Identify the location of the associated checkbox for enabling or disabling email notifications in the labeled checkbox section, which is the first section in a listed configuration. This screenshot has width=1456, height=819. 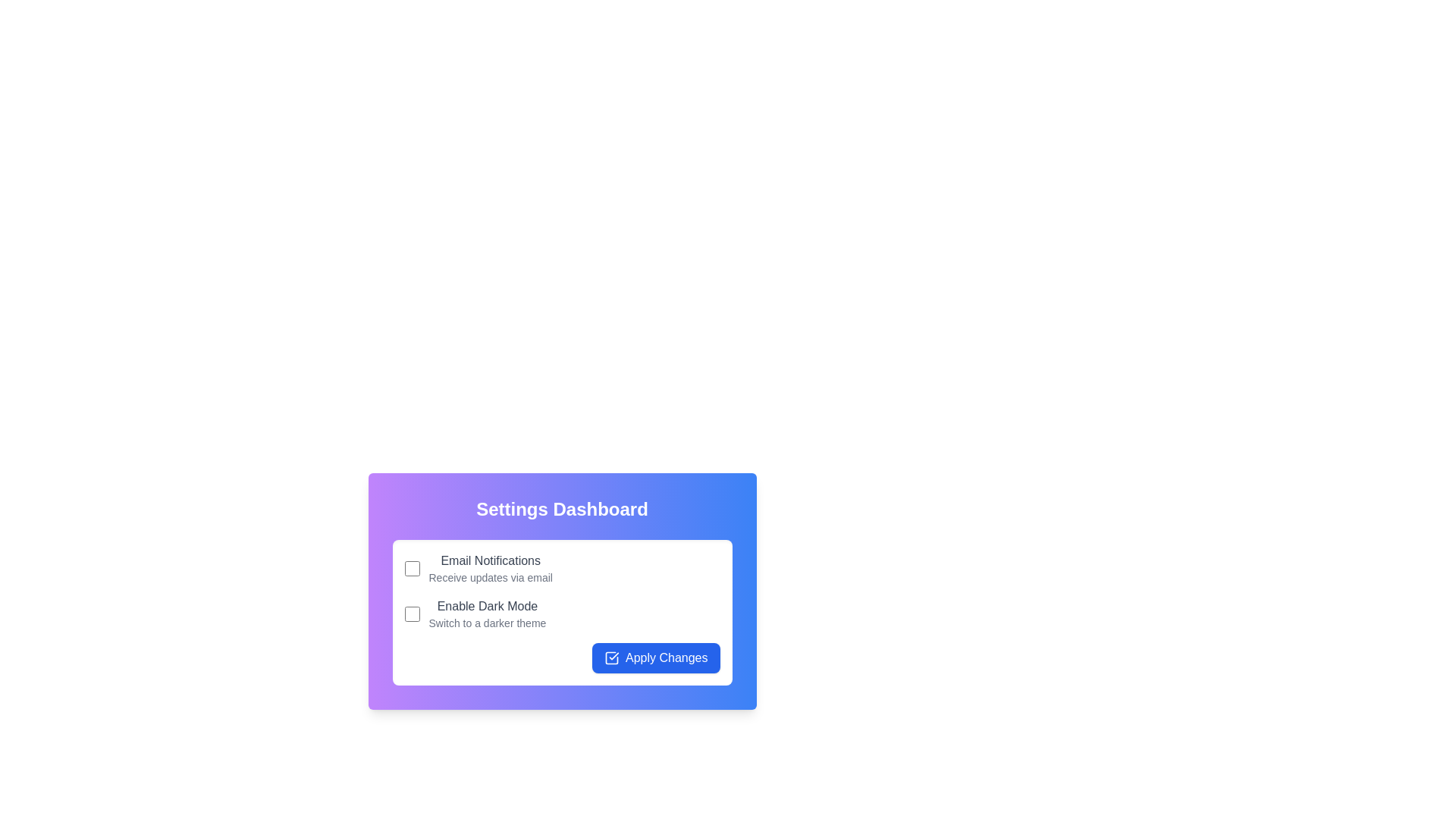
(561, 568).